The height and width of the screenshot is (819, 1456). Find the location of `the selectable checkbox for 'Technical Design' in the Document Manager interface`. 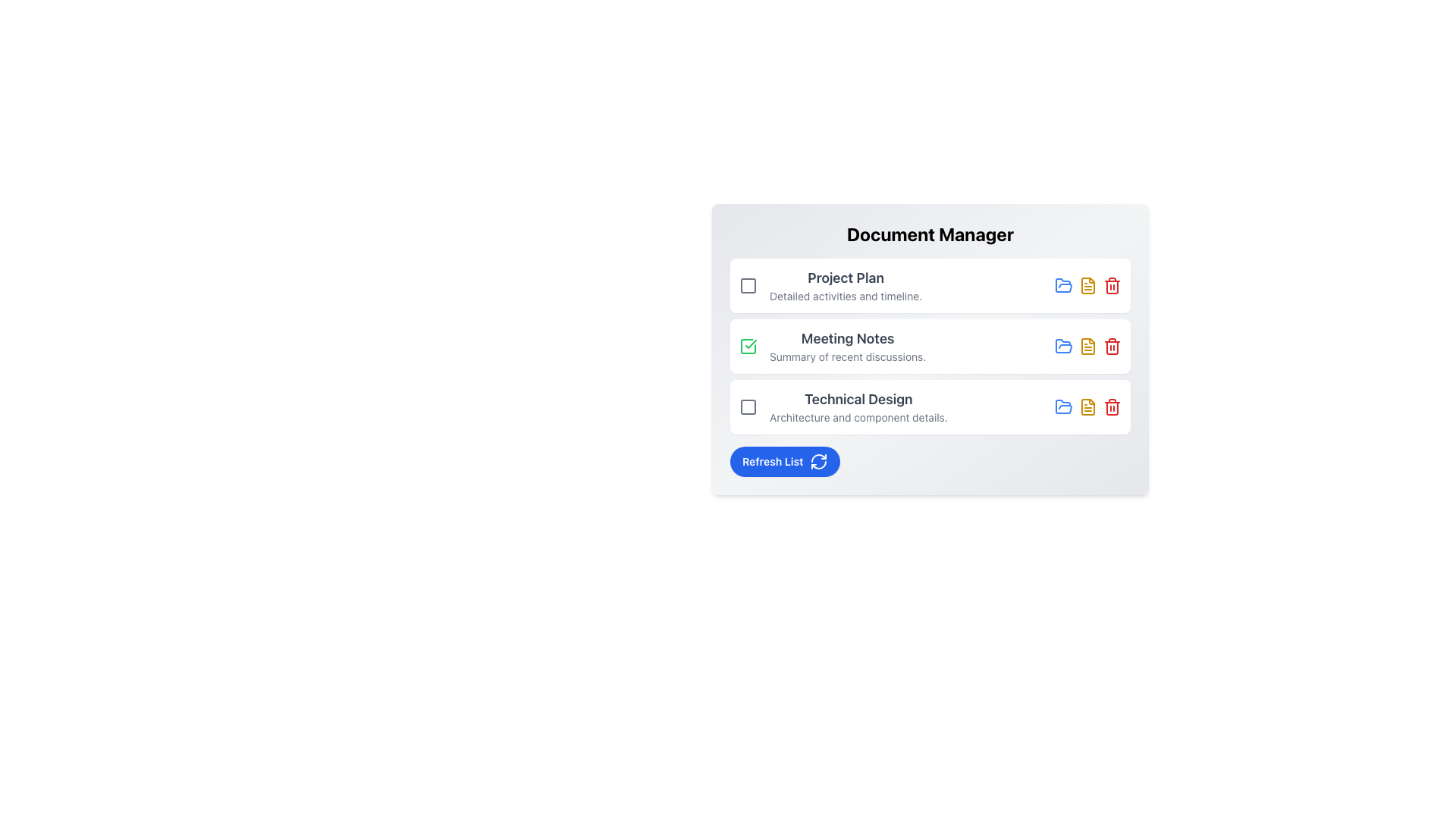

the selectable checkbox for 'Technical Design' in the Document Manager interface is located at coordinates (748, 406).